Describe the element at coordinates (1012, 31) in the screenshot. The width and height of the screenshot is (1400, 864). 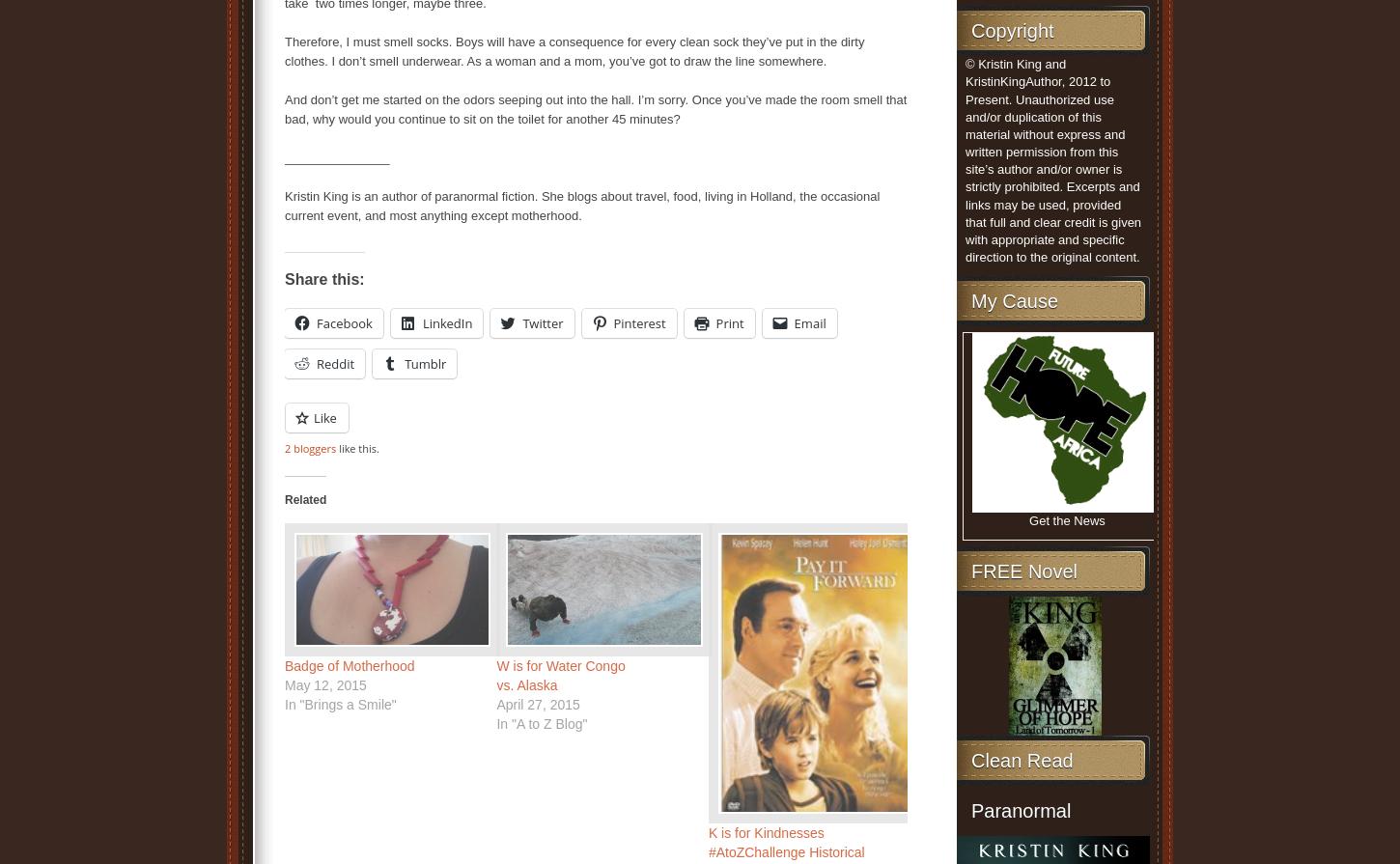
I see `'Copyright'` at that location.